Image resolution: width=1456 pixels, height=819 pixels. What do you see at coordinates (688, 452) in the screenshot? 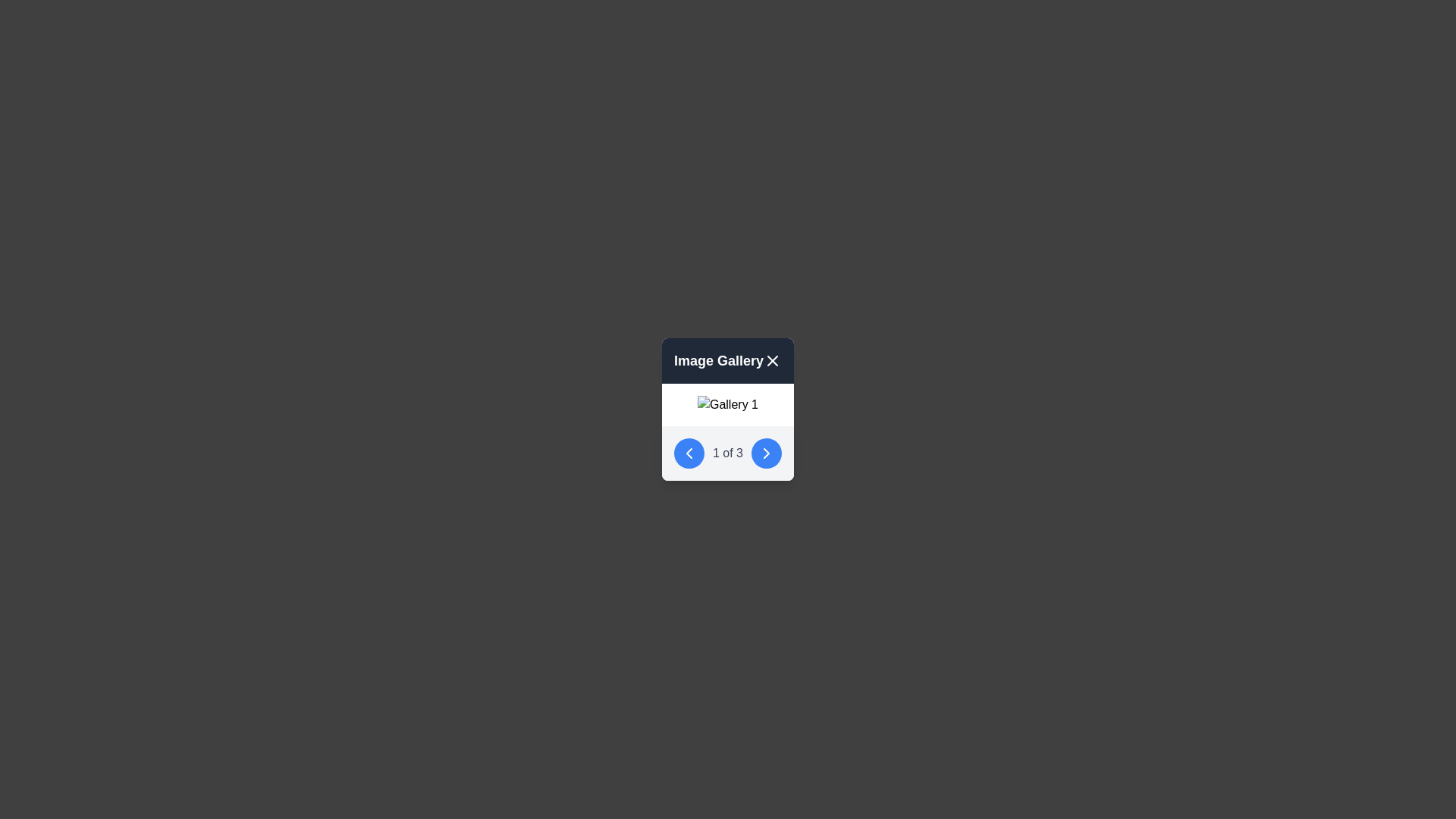
I see `the first interactive button in the navigation bar below the gallery image` at bounding box center [688, 452].